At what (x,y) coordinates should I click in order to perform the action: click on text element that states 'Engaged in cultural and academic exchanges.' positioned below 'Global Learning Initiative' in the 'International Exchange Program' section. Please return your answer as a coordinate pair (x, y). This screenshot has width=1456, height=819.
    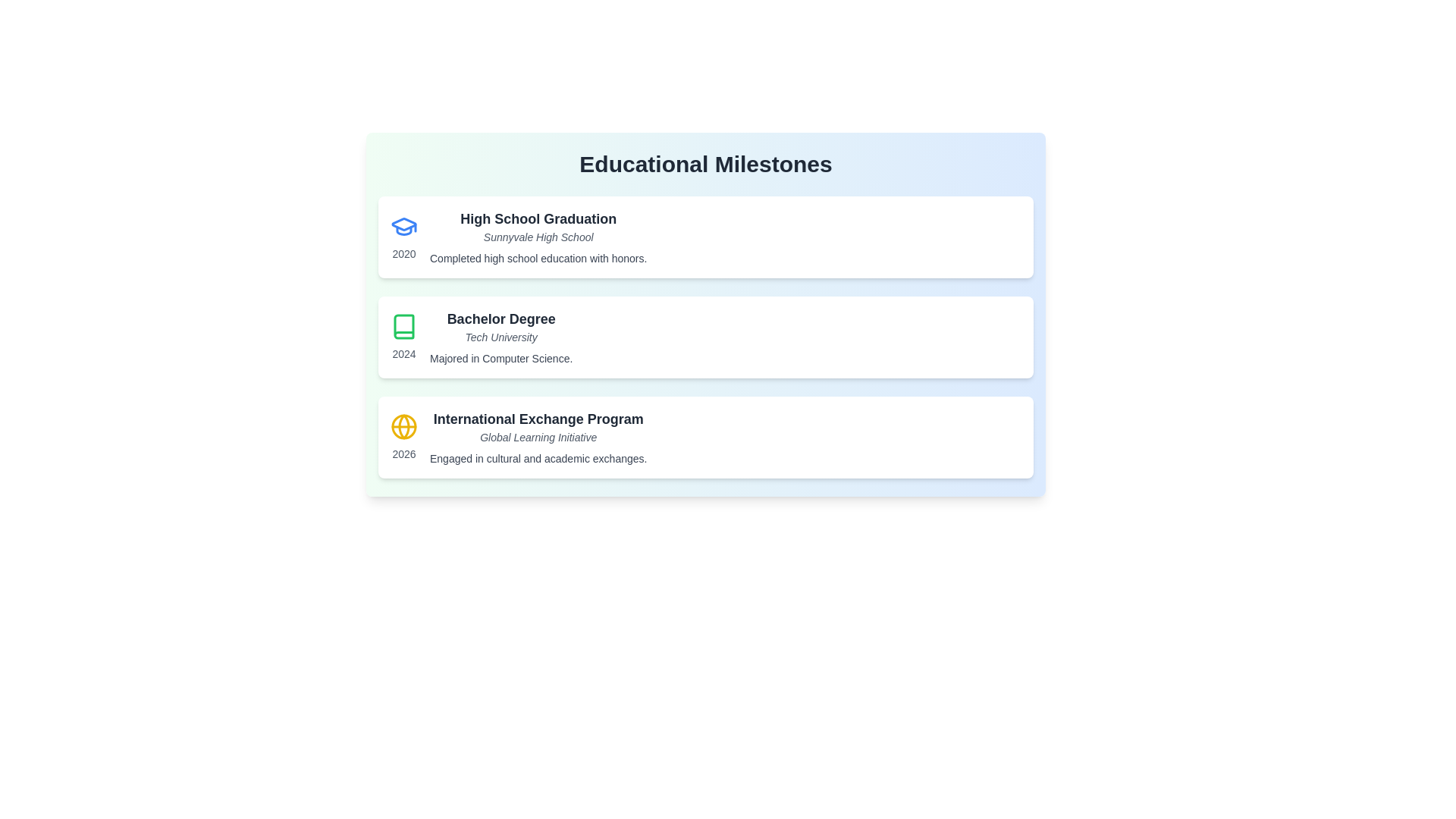
    Looking at the image, I should click on (538, 458).